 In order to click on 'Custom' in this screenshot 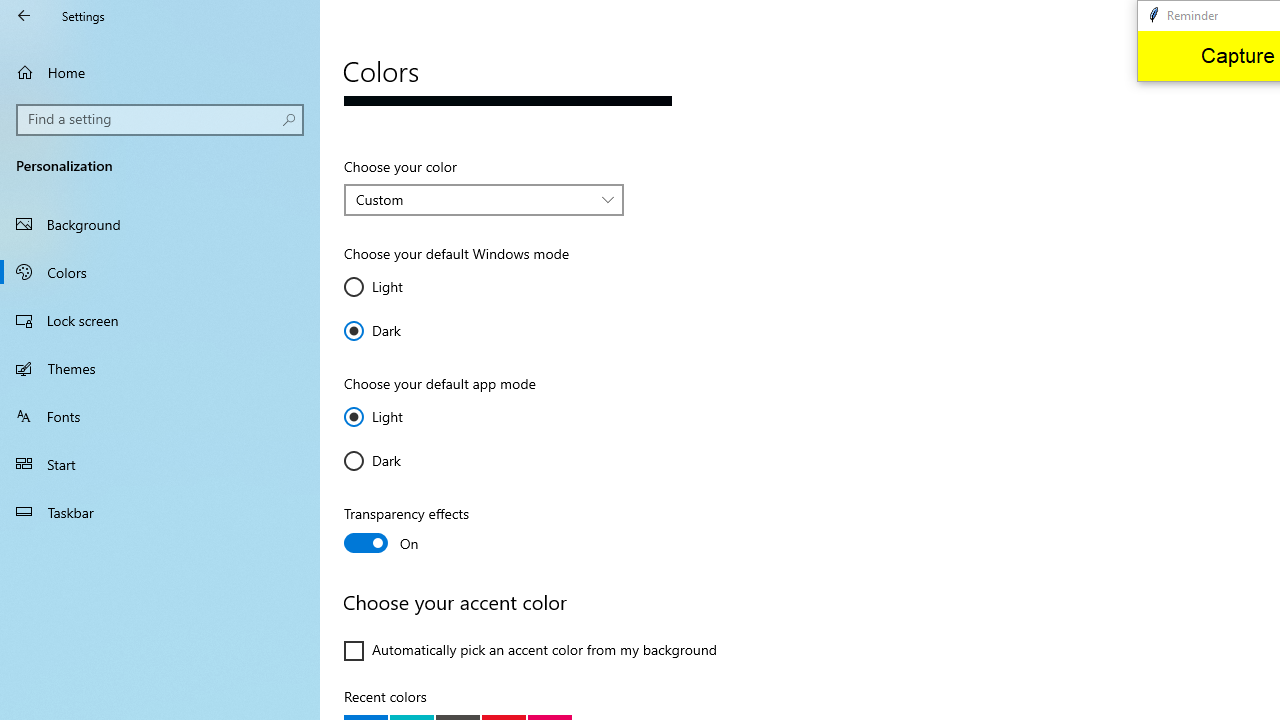, I will do `click(472, 199)`.